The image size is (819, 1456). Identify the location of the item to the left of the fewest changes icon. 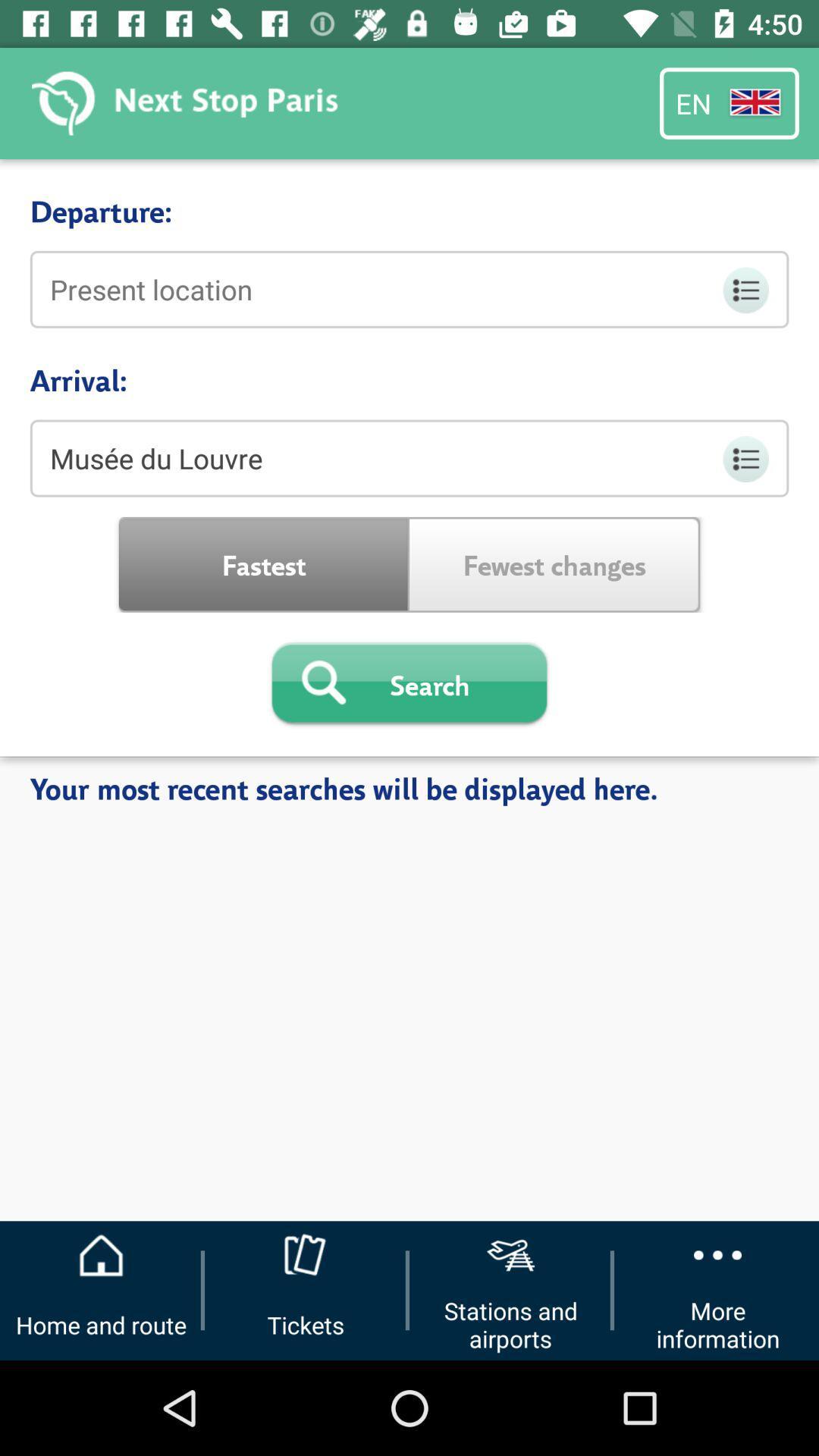
(263, 563).